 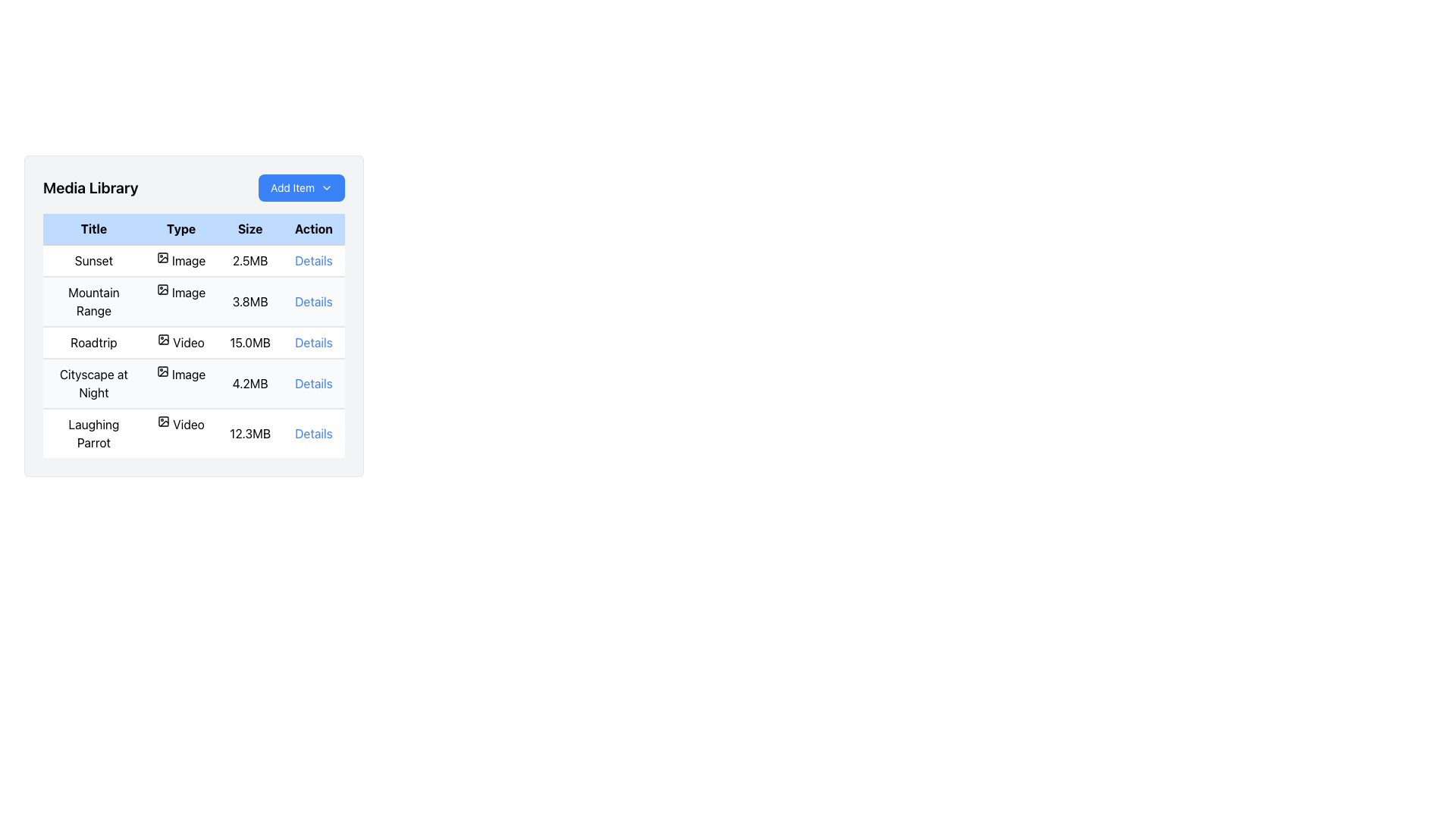 What do you see at coordinates (312, 229) in the screenshot?
I see `the text label 'Action' which is the fourth column header in the table, styled in bold font on a light blue background` at bounding box center [312, 229].